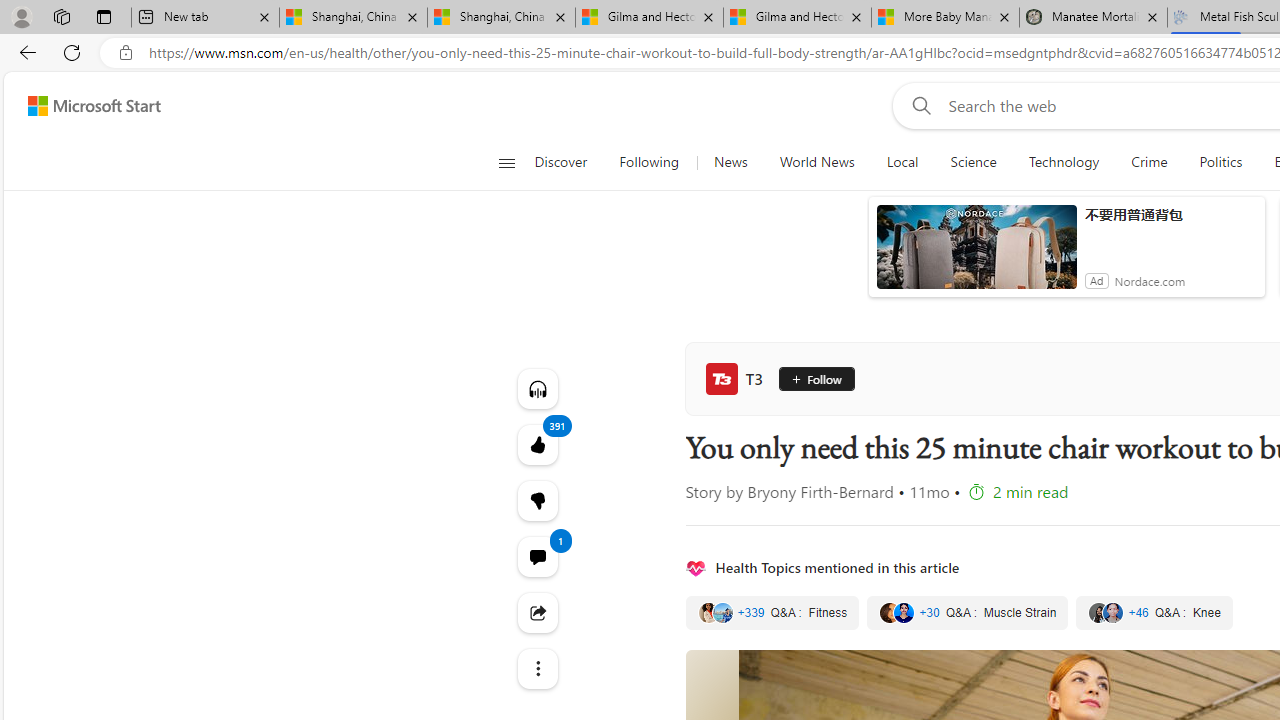 The image size is (1280, 720). I want to click on 'Politics', so click(1220, 162).